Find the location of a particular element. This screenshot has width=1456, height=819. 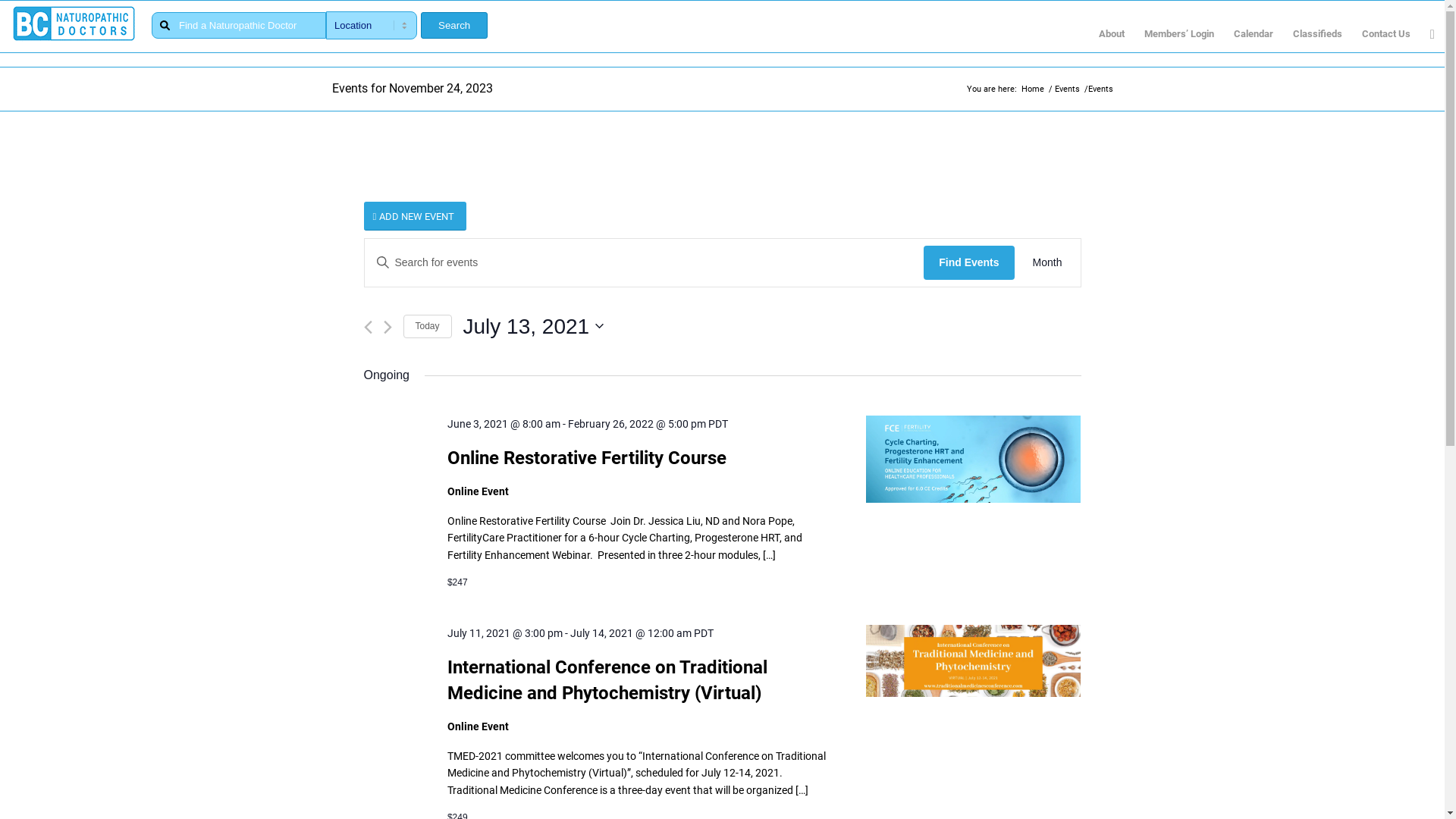

'July 13, 2021' is located at coordinates (534, 325).